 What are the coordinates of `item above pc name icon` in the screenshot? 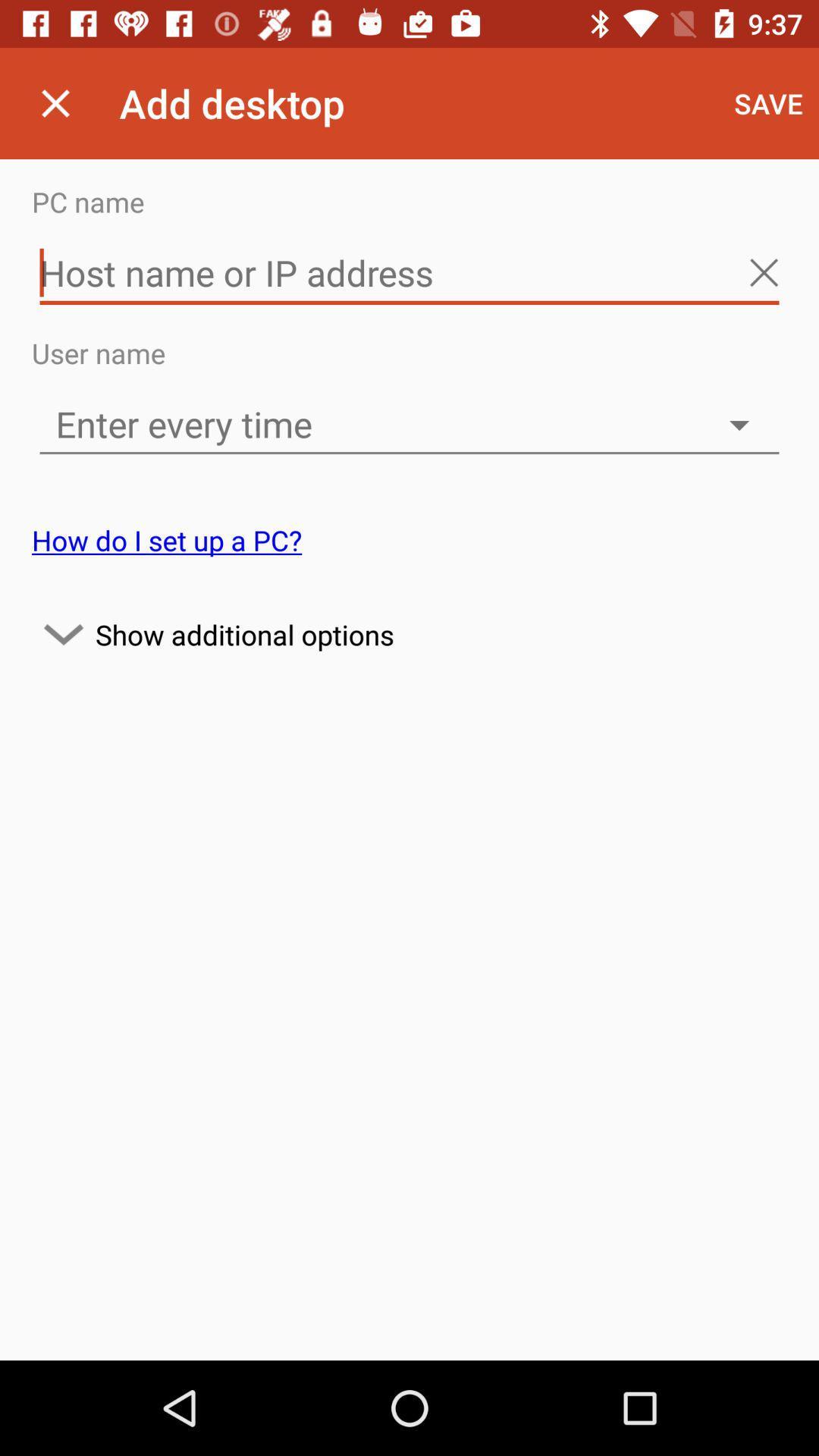 It's located at (768, 102).